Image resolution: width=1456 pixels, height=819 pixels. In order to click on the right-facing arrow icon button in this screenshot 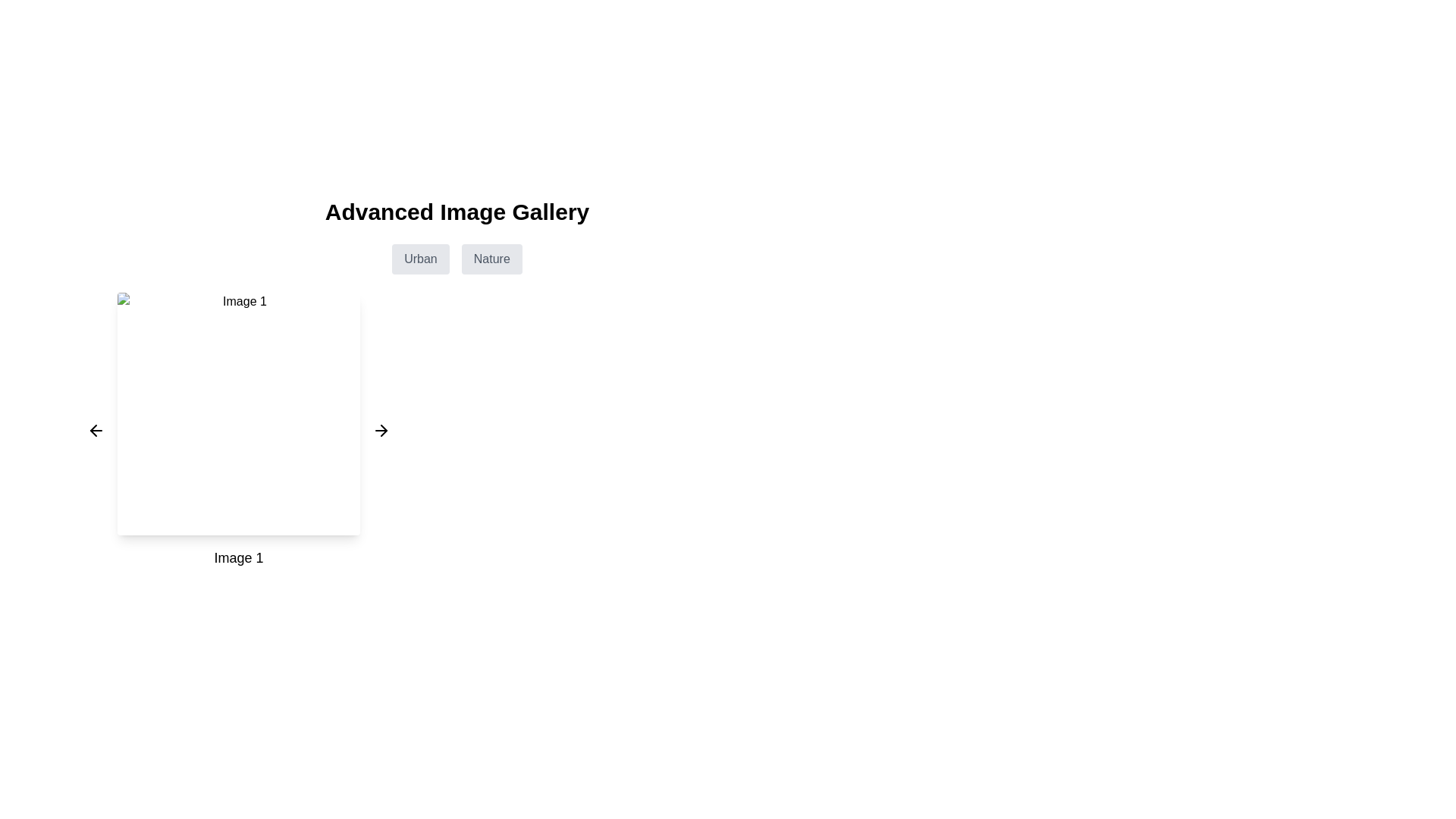, I will do `click(381, 430)`.